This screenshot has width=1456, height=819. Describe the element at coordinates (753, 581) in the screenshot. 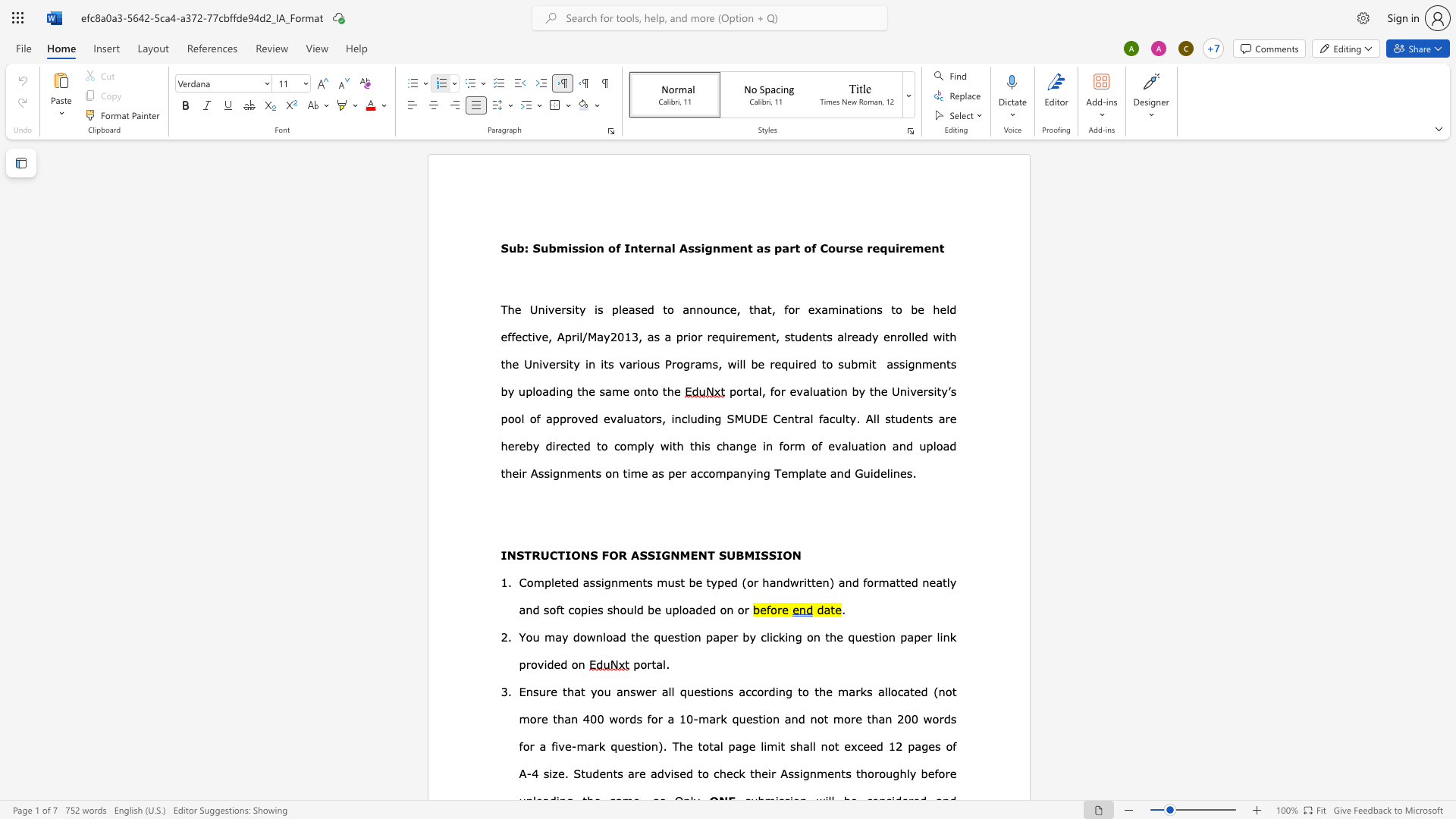

I see `the space between the continuous character "o" and "r" in the text` at that location.